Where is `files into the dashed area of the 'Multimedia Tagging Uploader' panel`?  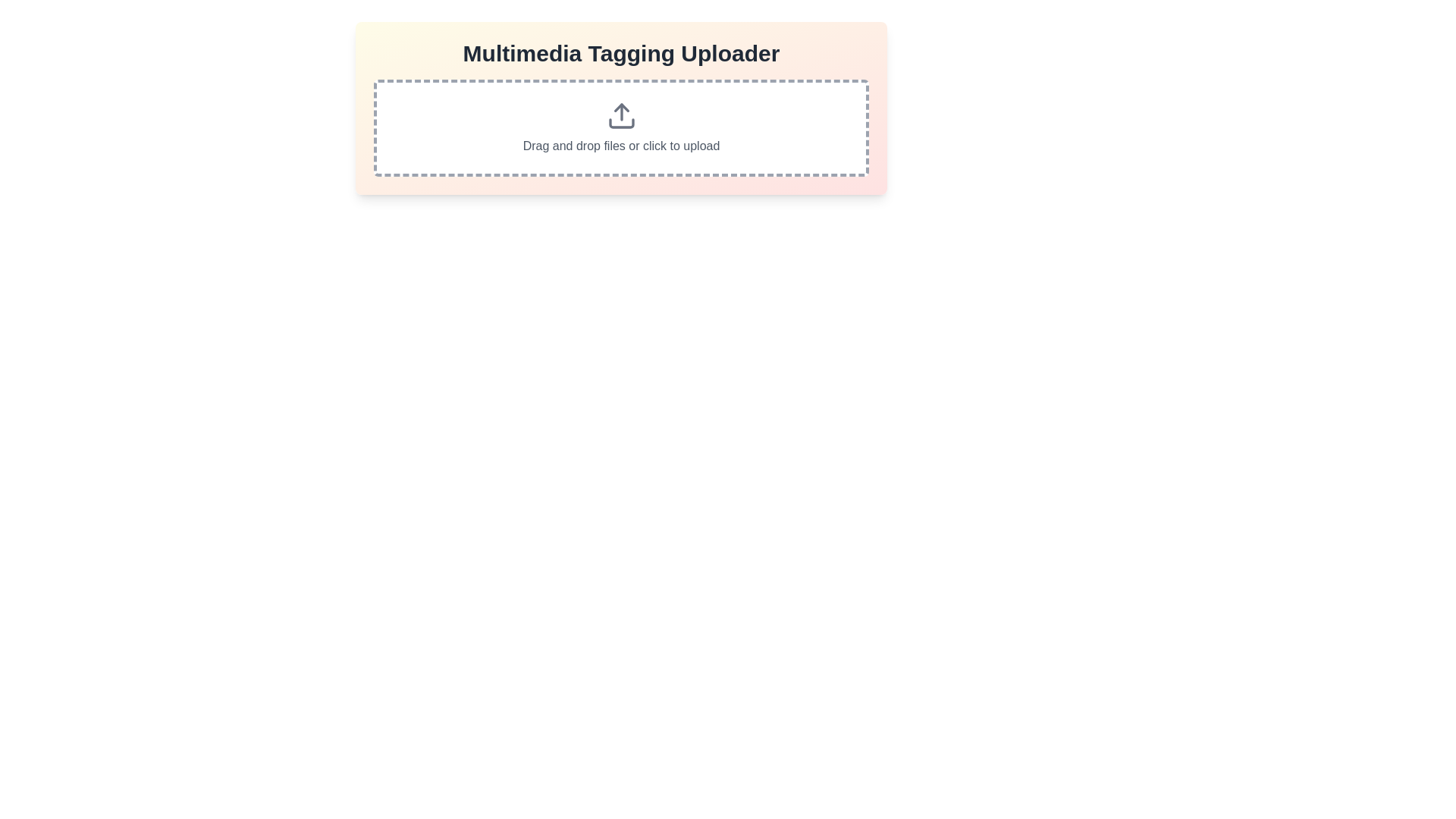 files into the dashed area of the 'Multimedia Tagging Uploader' panel is located at coordinates (621, 107).